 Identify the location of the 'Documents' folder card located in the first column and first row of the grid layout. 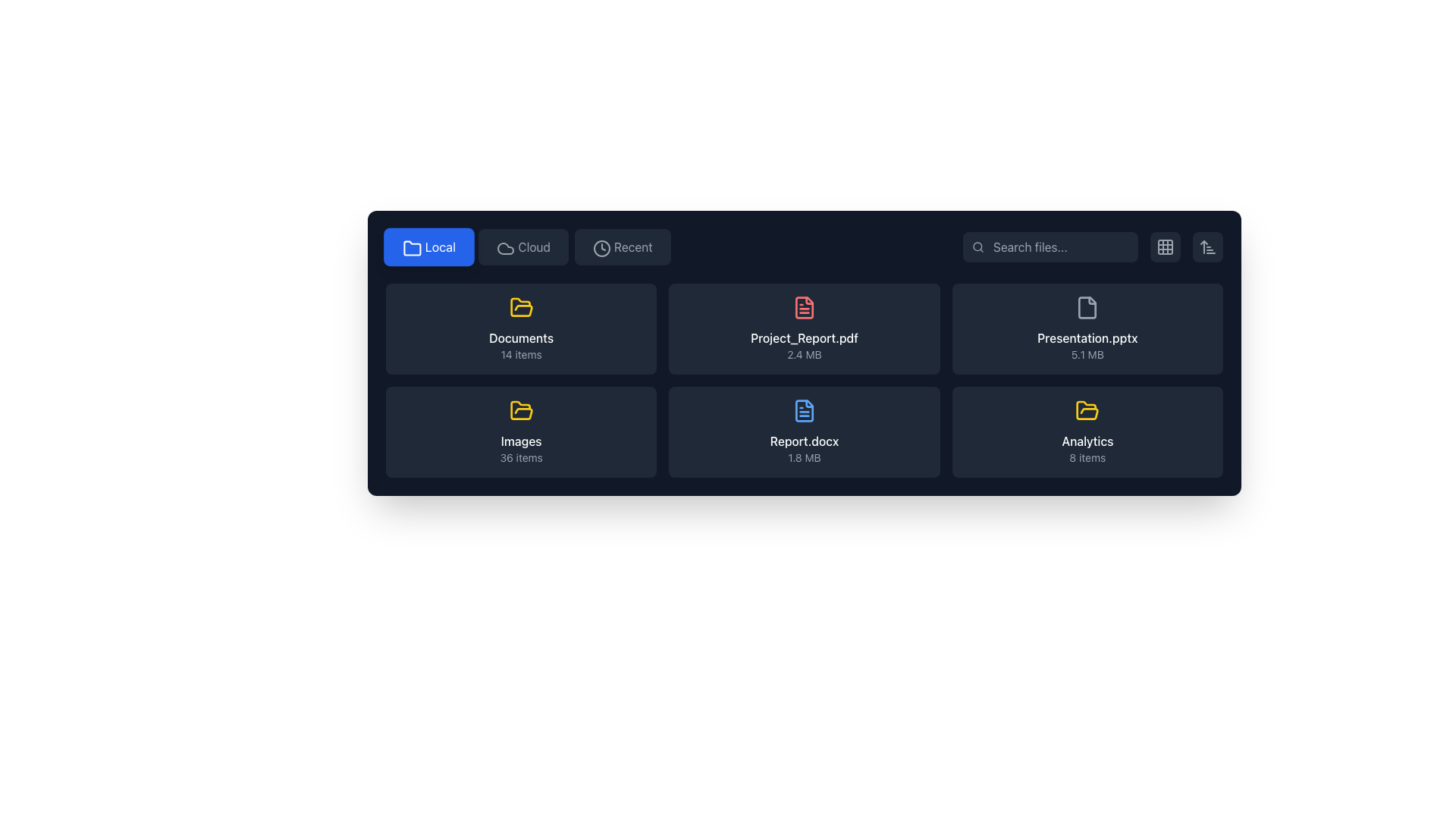
(521, 328).